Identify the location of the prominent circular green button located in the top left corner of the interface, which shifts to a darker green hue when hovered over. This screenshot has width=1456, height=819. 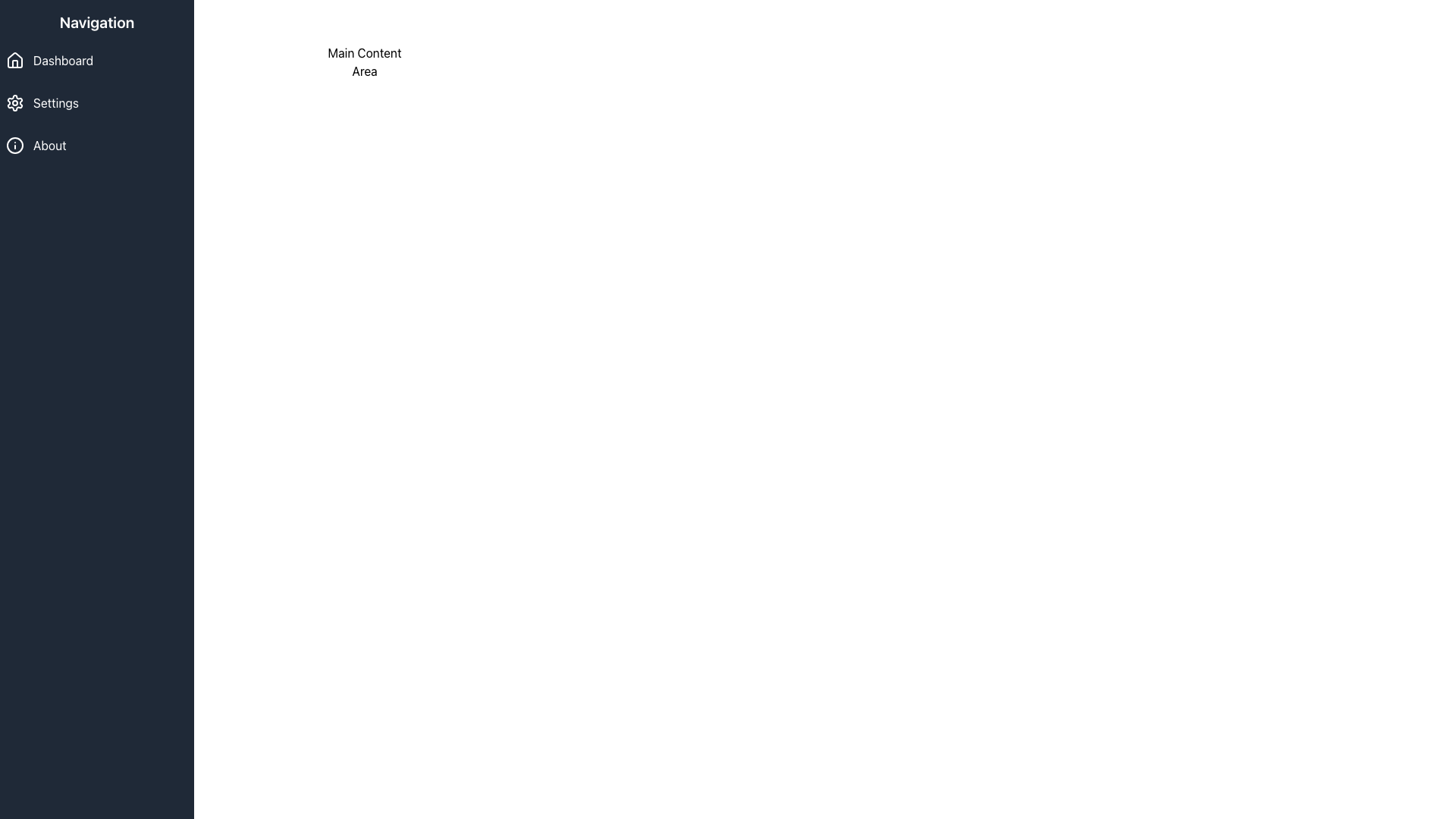
(27, 27).